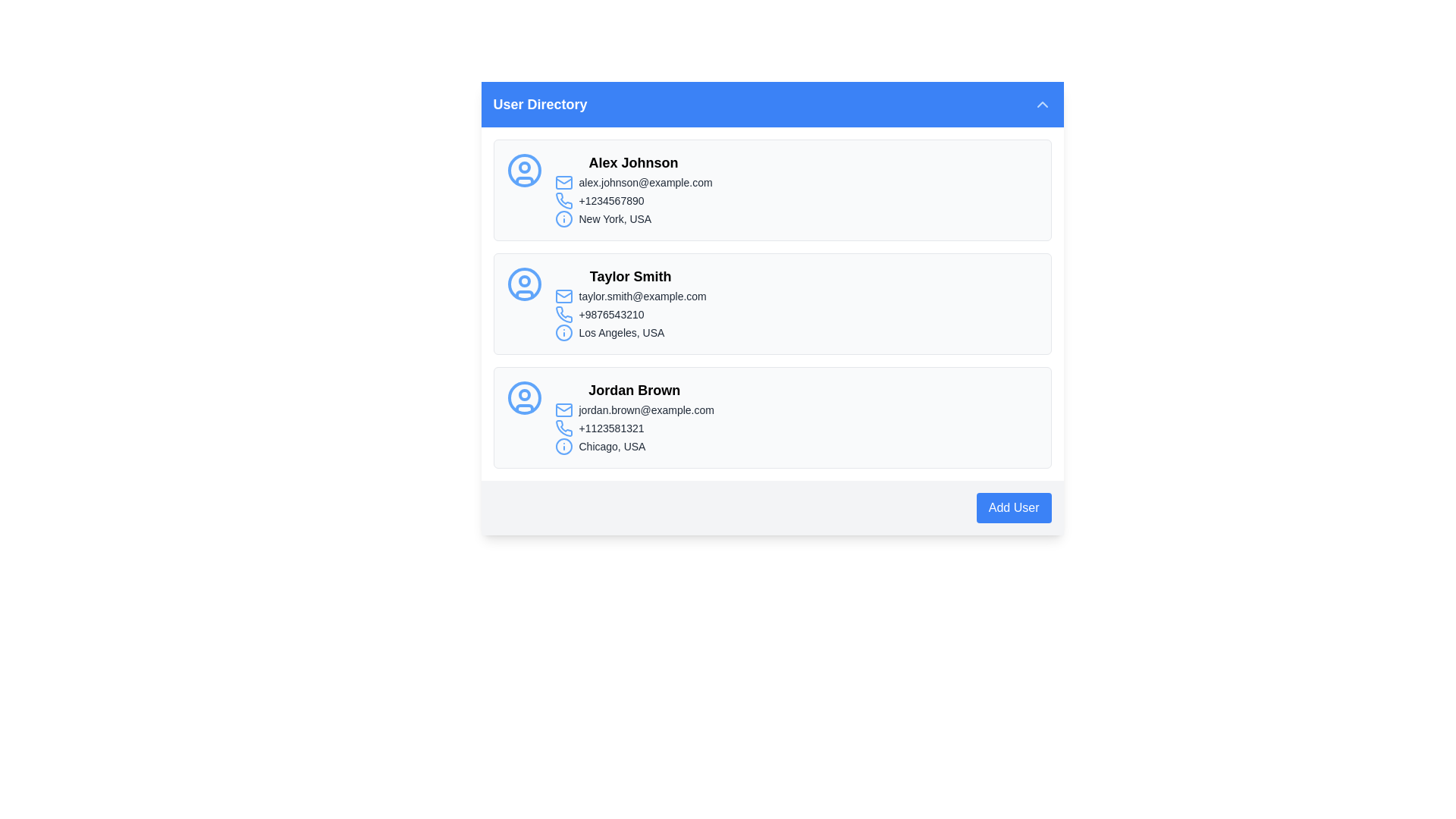 Image resolution: width=1456 pixels, height=819 pixels. Describe the element at coordinates (630, 277) in the screenshot. I see `the static text element displaying 'Taylor Smith' at the top of the second user information card in the 'User Directory' interface` at that location.